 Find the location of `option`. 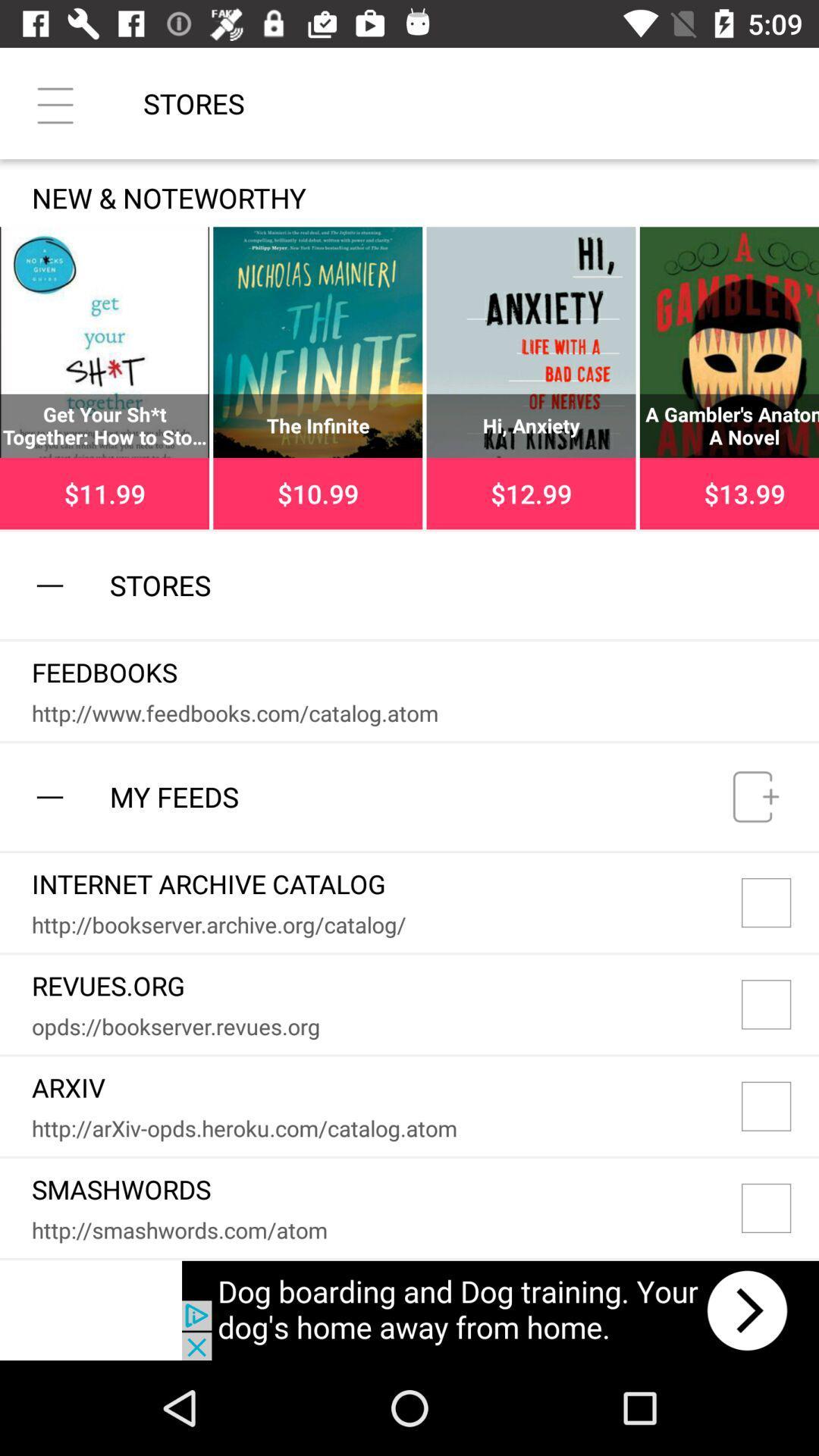

option is located at coordinates (780, 1004).